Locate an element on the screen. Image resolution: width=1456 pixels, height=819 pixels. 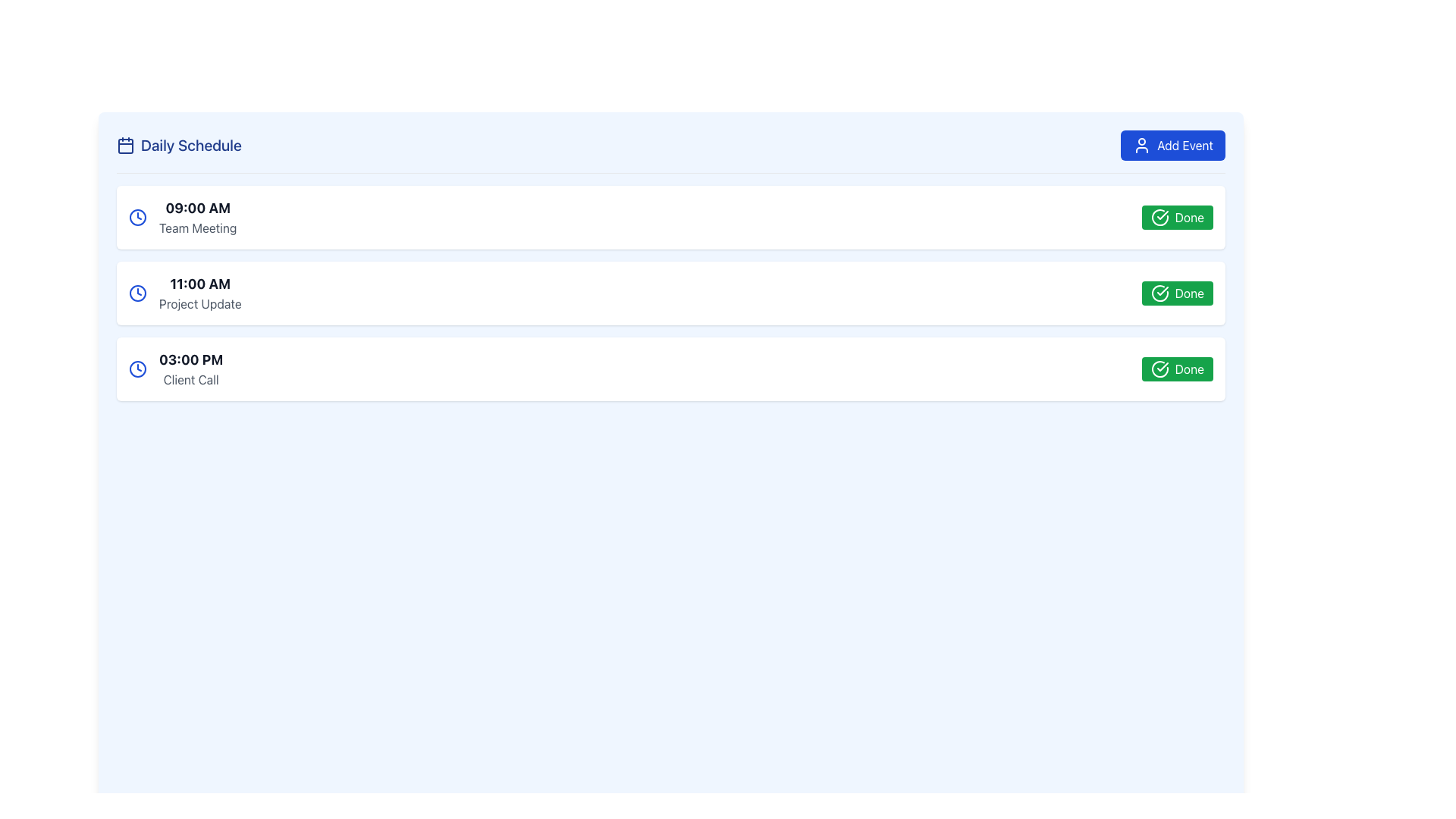
the visual indicator icon for the time located to the left of the '11:00 AM' label in the schedule interface is located at coordinates (138, 293).